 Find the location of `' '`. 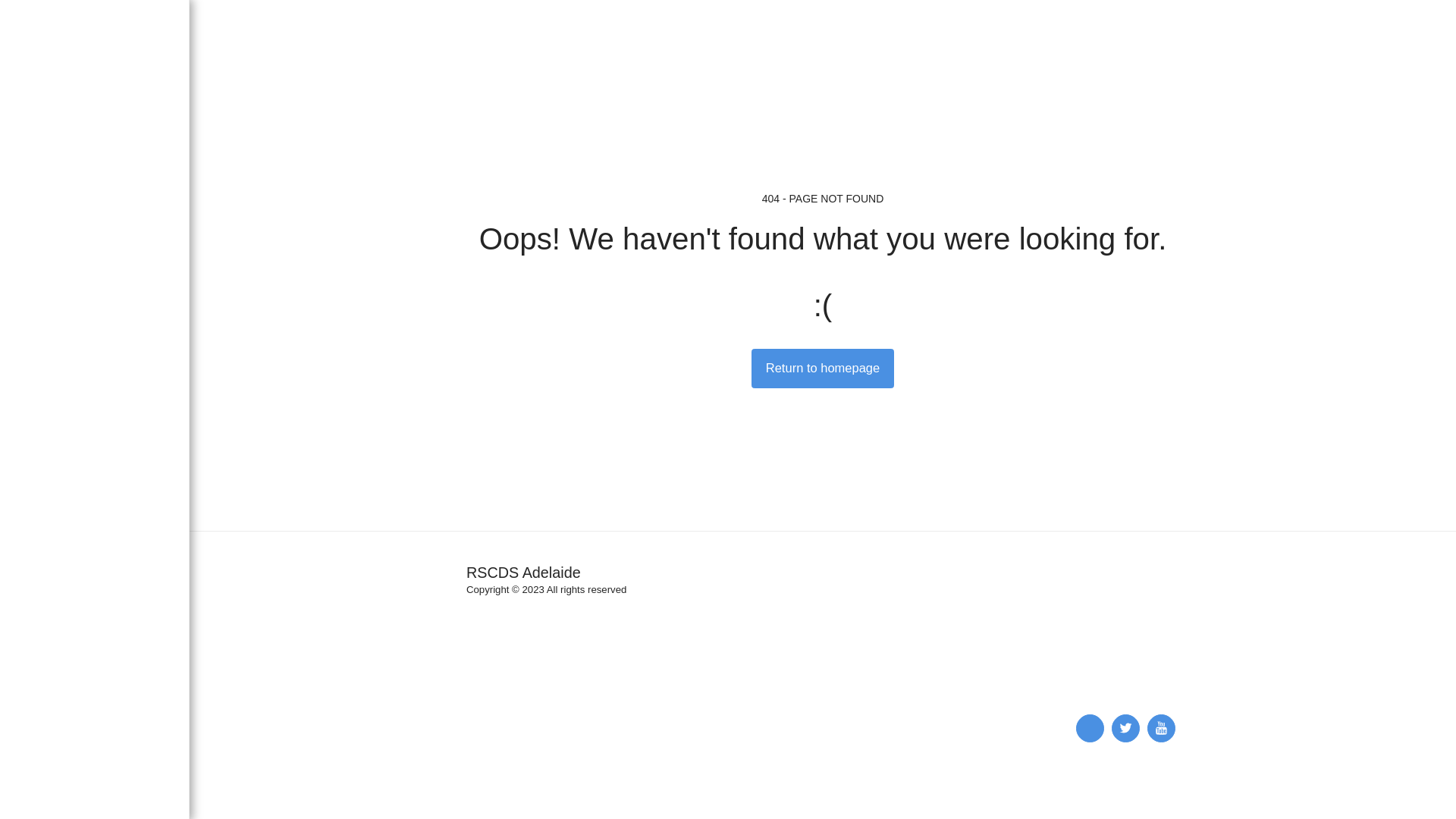

' ' is located at coordinates (1160, 727).